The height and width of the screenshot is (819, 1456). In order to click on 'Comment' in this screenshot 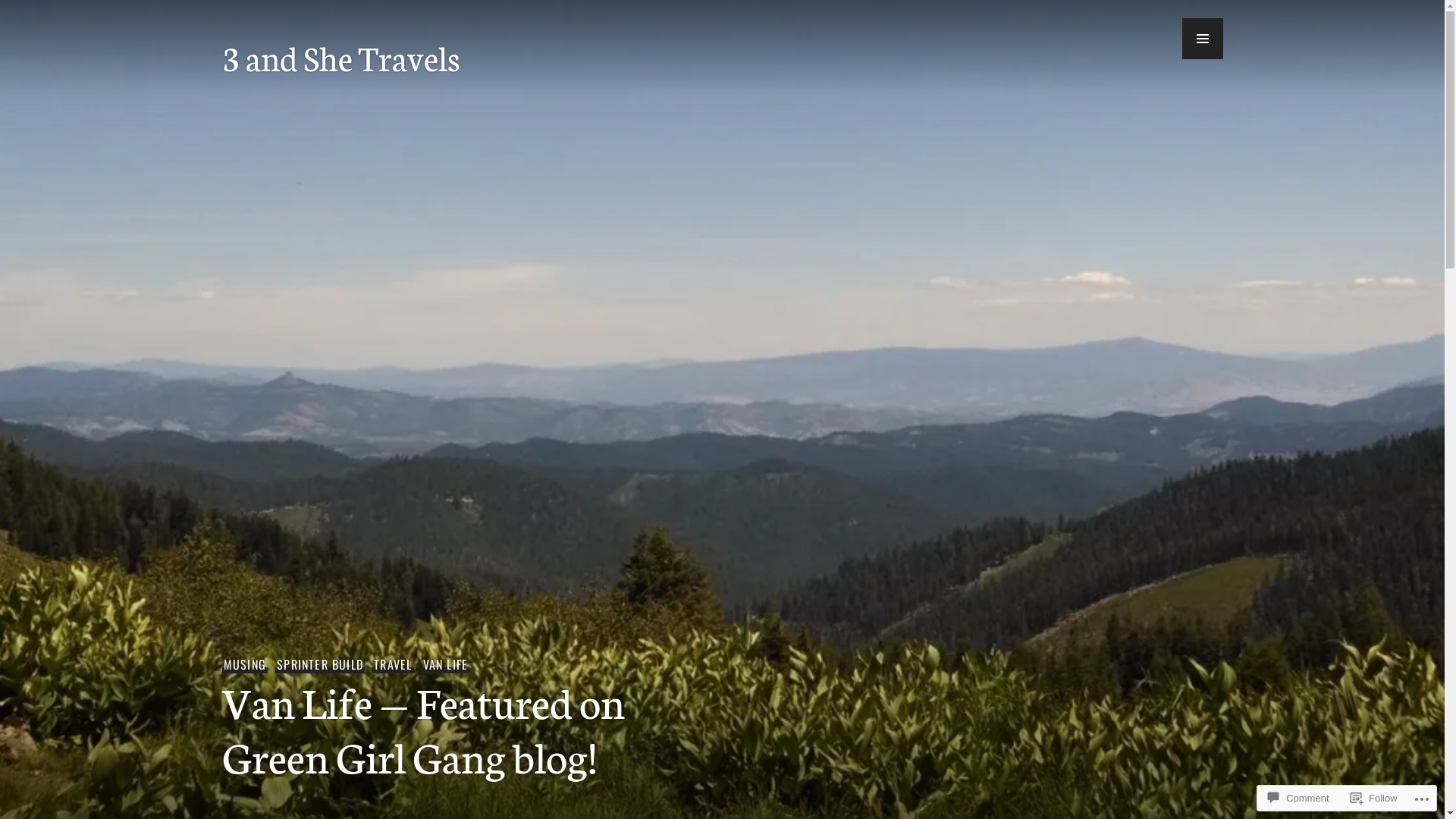, I will do `click(1298, 797)`.